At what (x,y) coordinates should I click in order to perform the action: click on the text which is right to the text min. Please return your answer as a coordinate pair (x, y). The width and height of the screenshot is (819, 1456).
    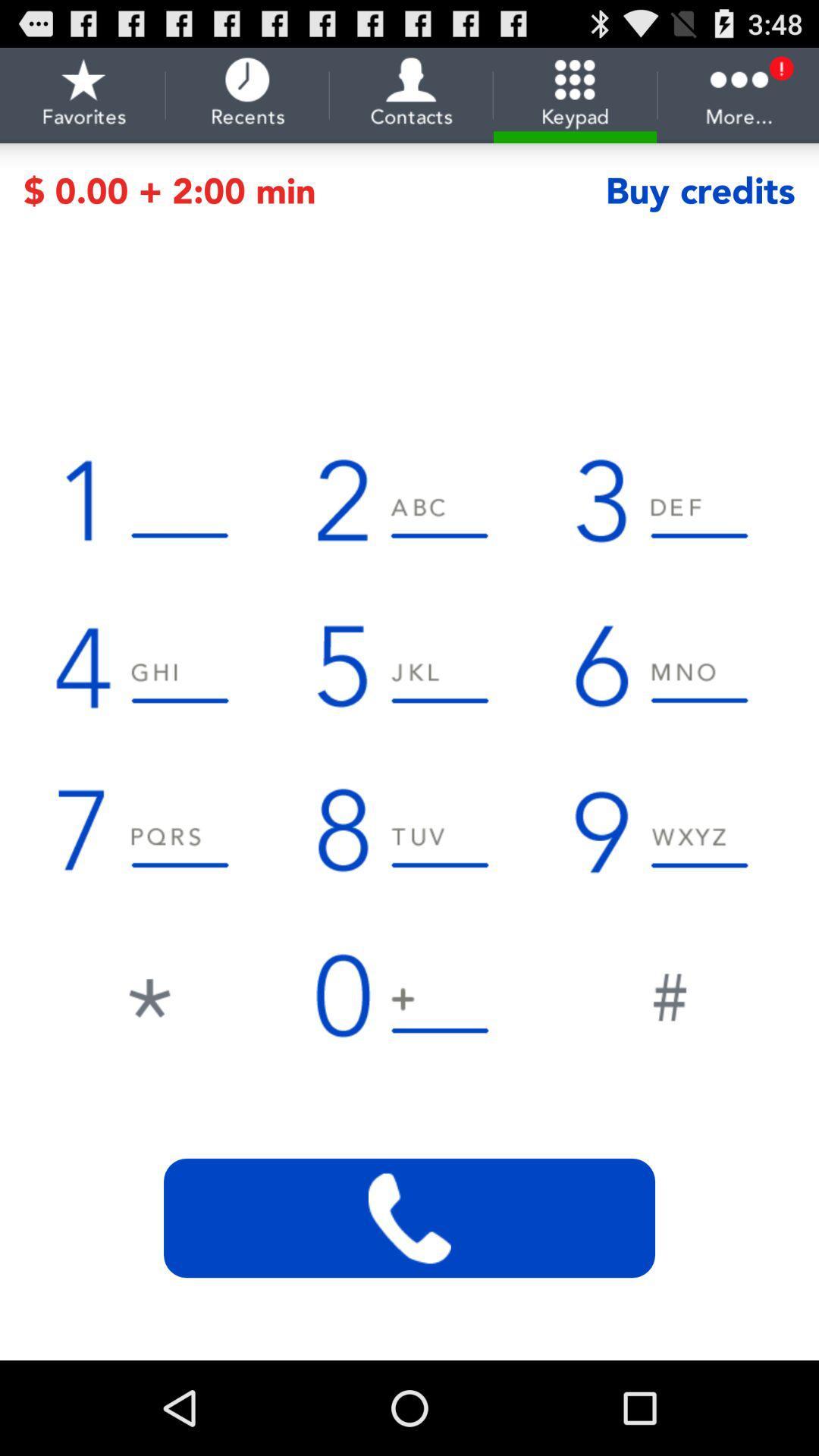
    Looking at the image, I should click on (701, 190).